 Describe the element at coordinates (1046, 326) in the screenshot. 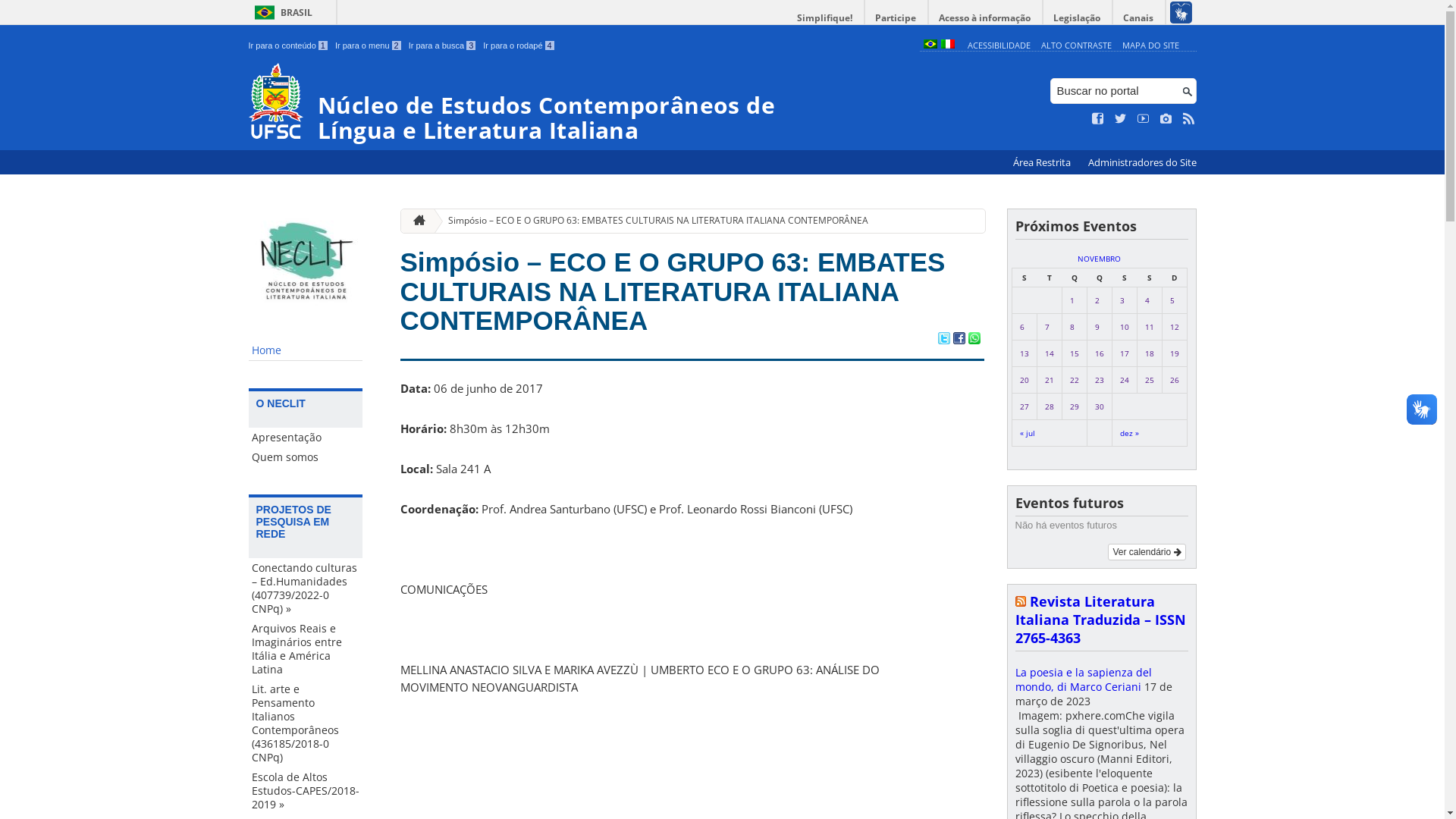

I see `'7'` at that location.